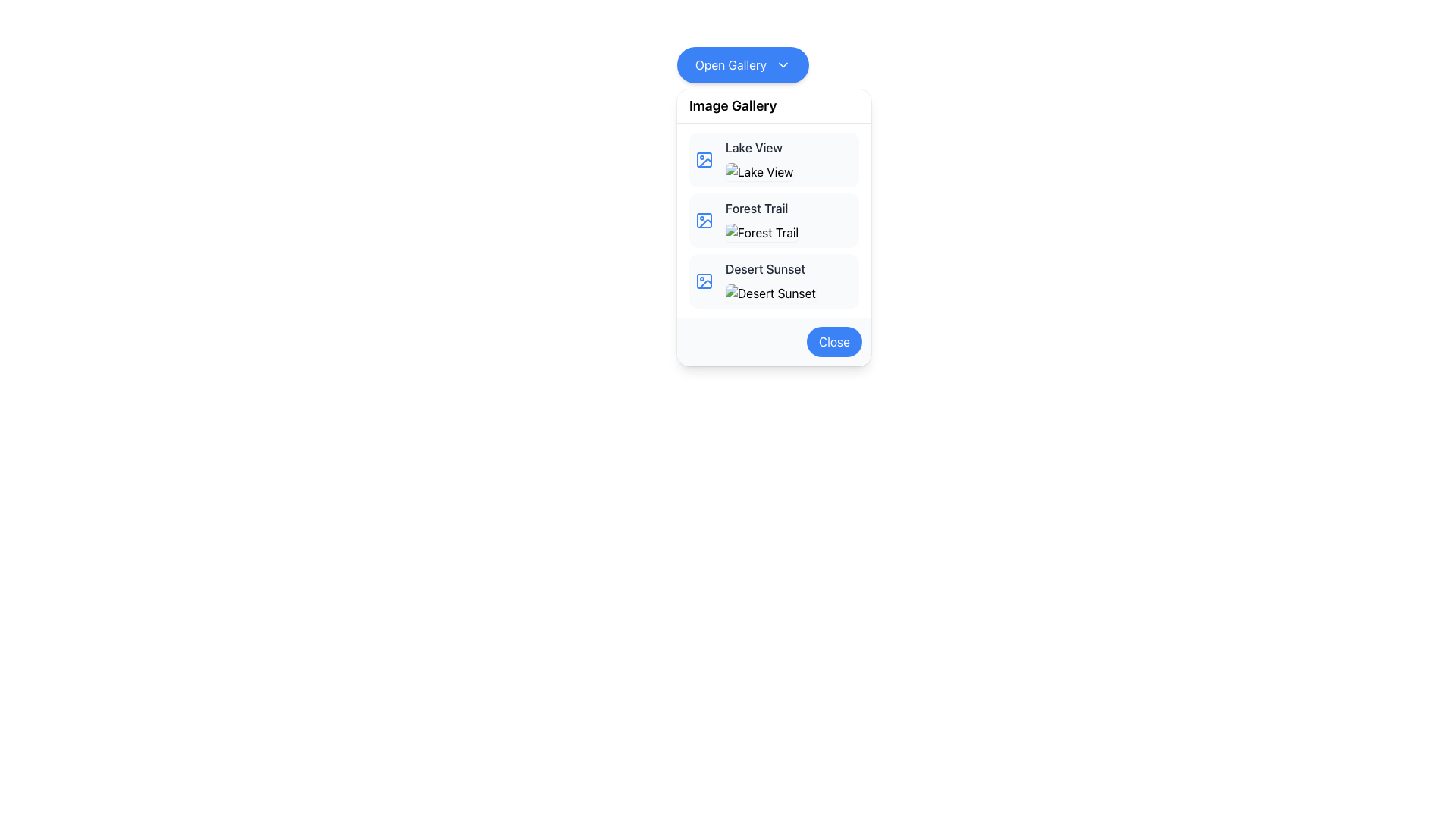 The width and height of the screenshot is (1456, 819). What do you see at coordinates (773, 281) in the screenshot?
I see `the third list item in the gallery displaying 'Desert Sunset'` at bounding box center [773, 281].